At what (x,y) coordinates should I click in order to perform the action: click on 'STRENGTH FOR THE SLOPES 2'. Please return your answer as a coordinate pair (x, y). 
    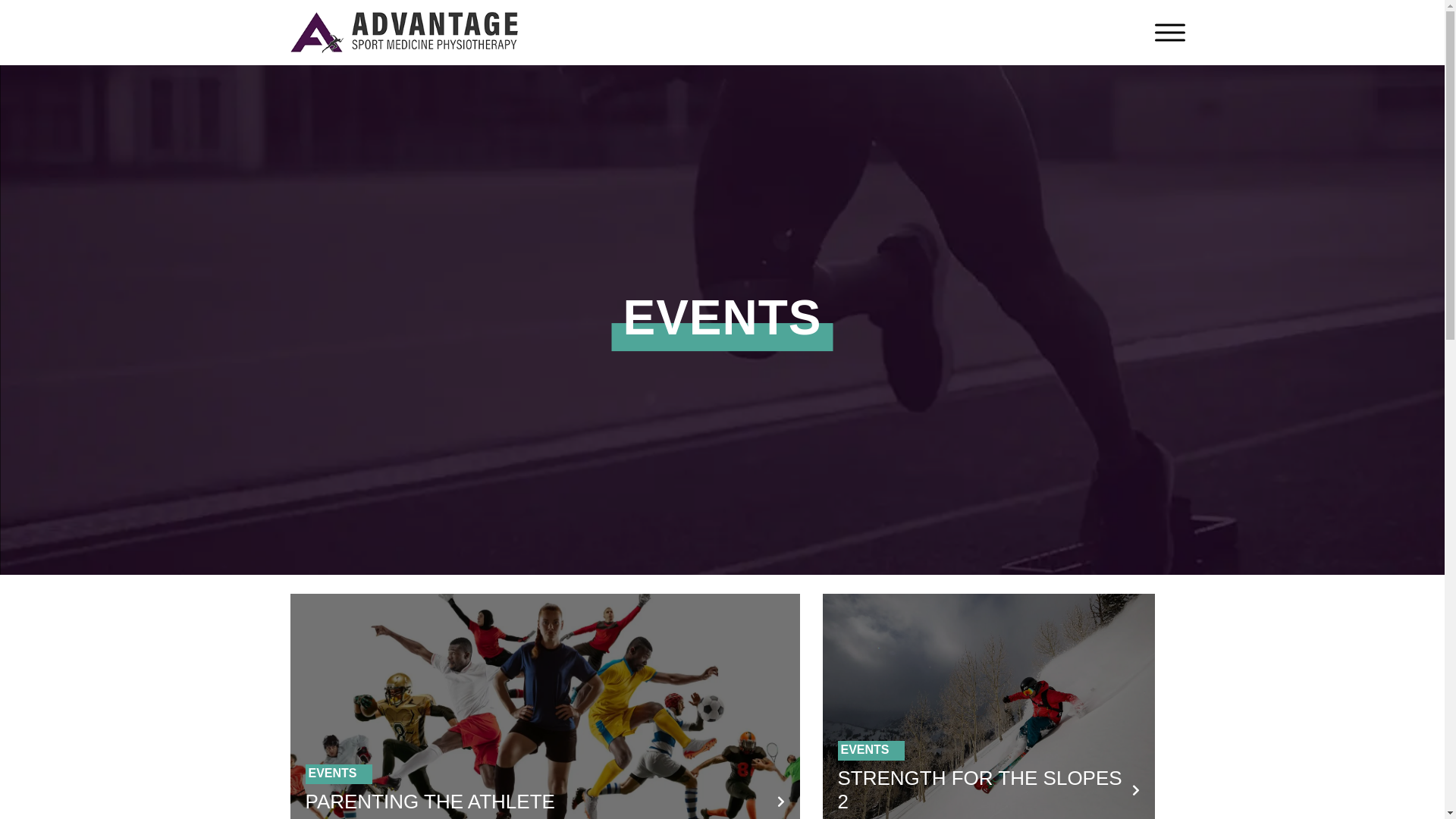
    Looking at the image, I should click on (979, 789).